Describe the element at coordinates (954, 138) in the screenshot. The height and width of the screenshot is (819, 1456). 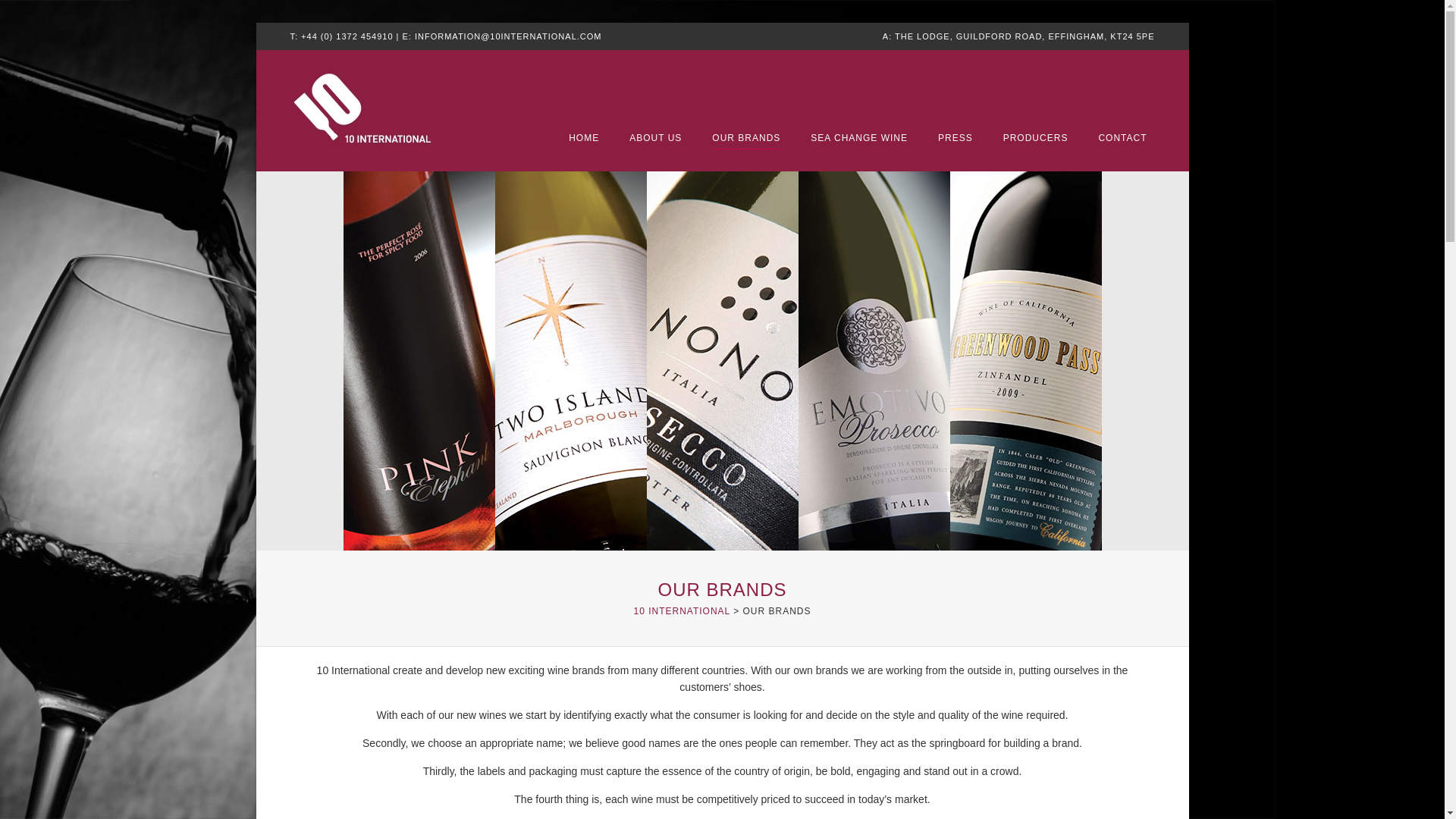
I see `'PRESS'` at that location.